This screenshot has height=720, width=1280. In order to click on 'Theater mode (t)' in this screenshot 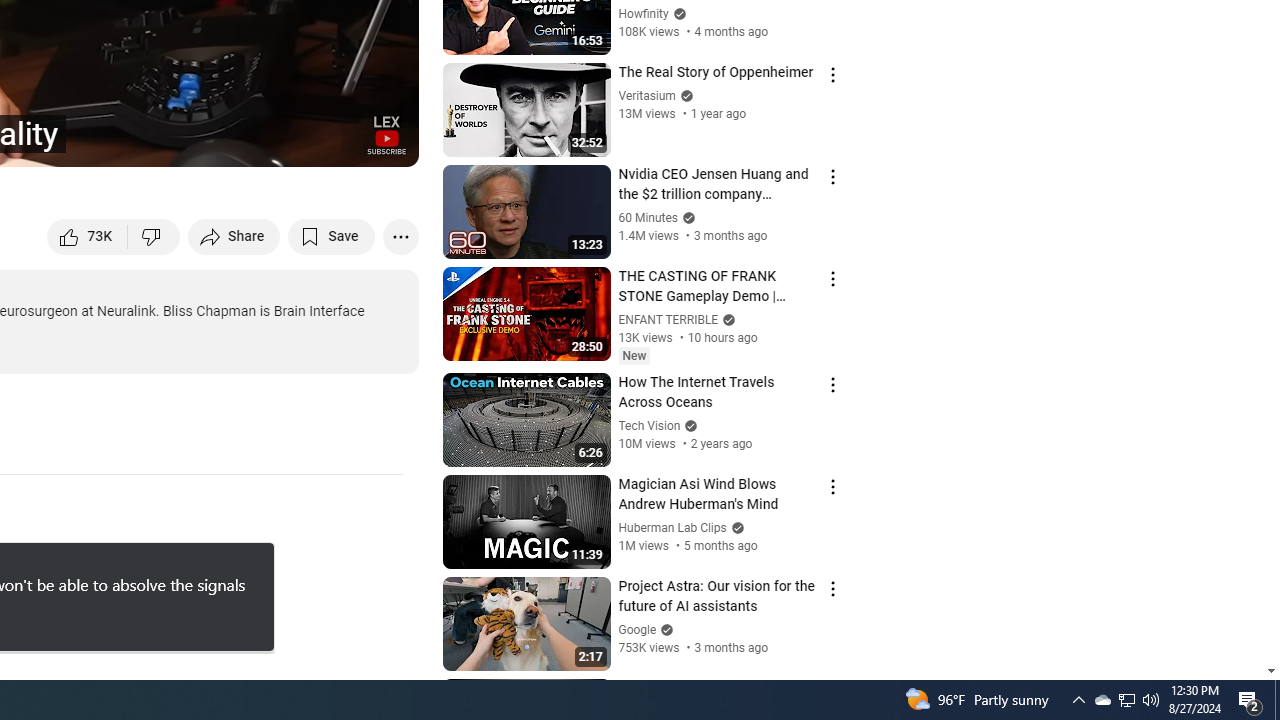, I will do `click(334, 141)`.